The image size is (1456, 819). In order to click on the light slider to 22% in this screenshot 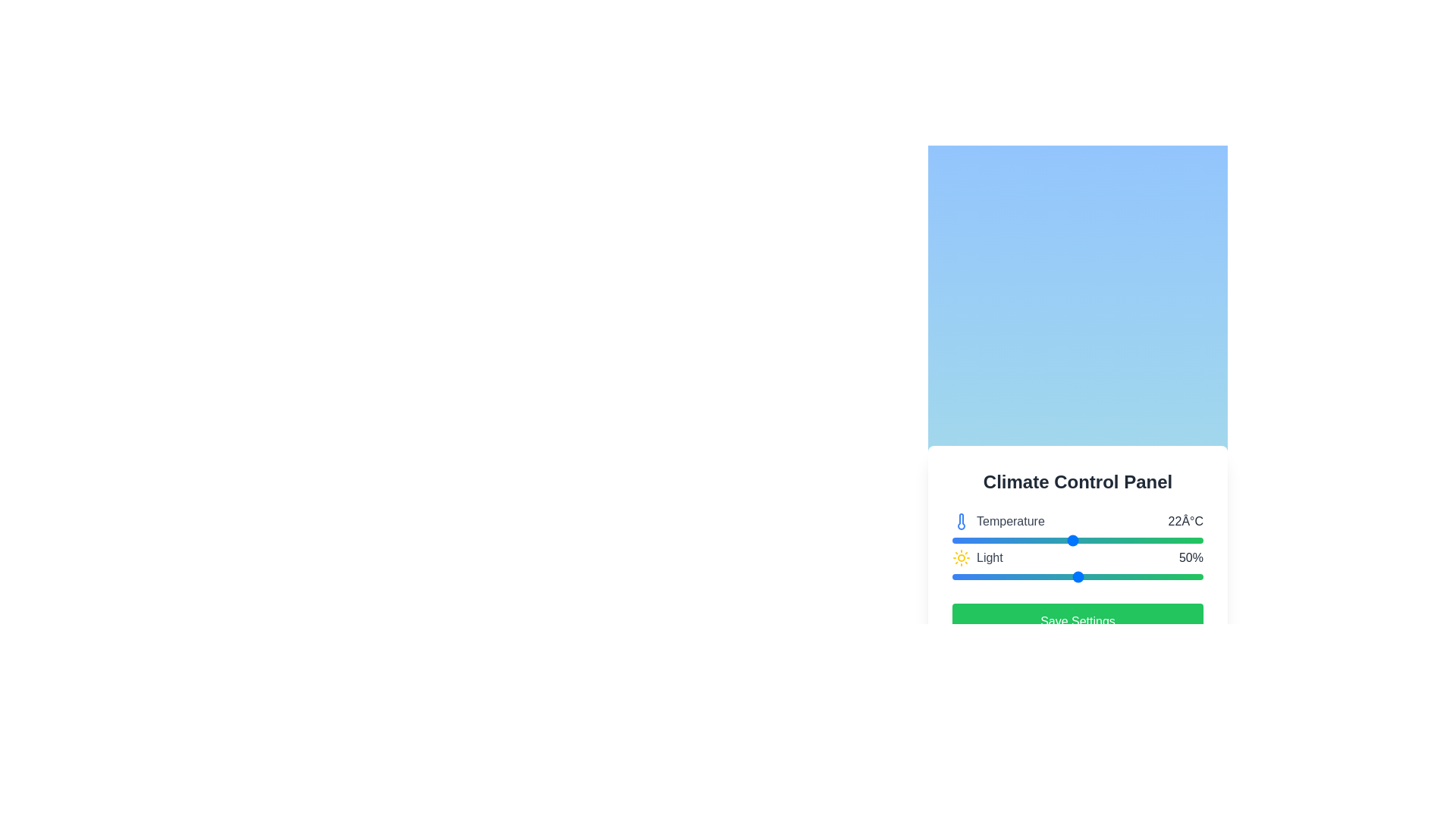, I will do `click(1007, 576)`.